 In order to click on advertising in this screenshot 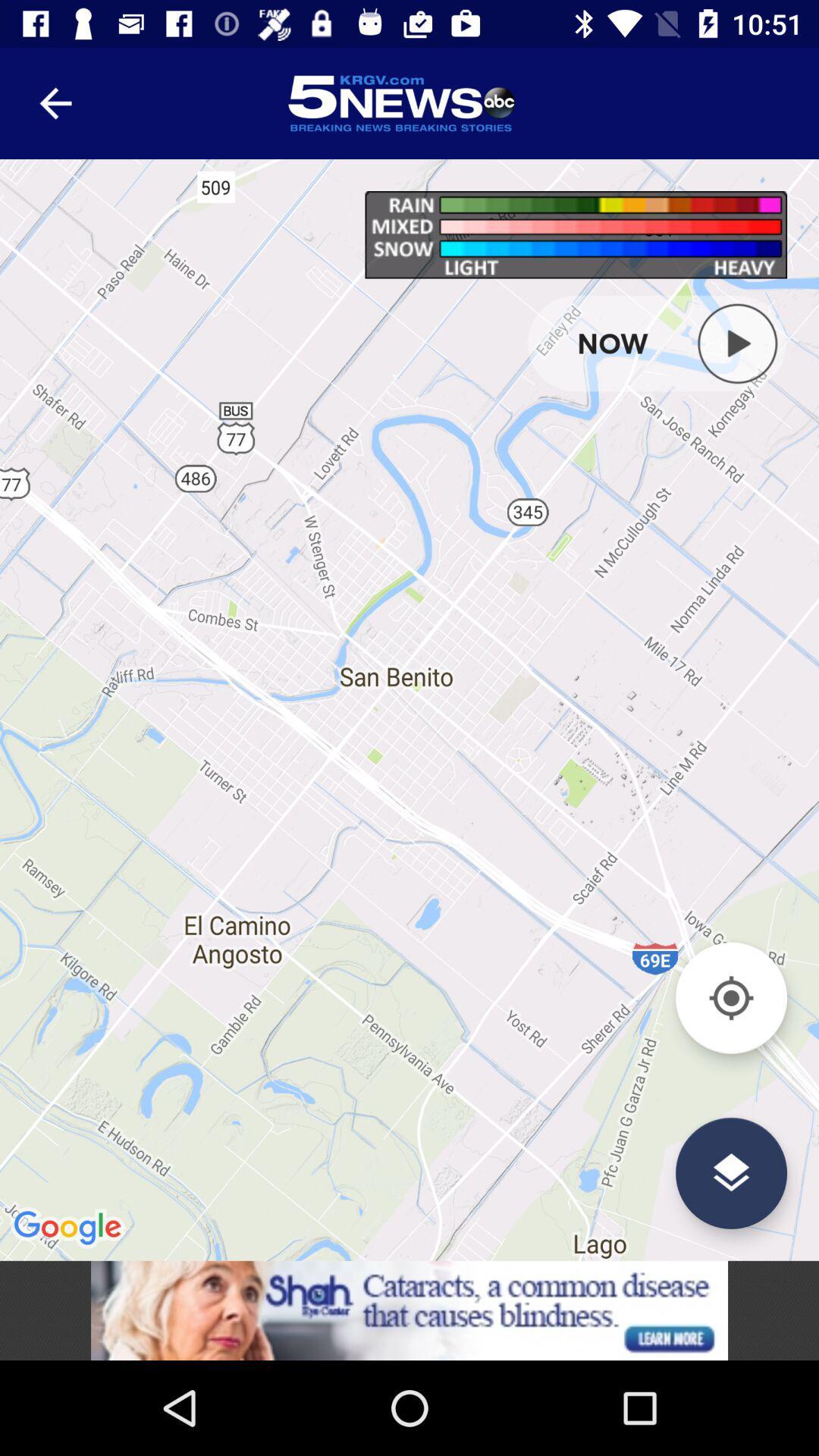, I will do `click(409, 1310)`.